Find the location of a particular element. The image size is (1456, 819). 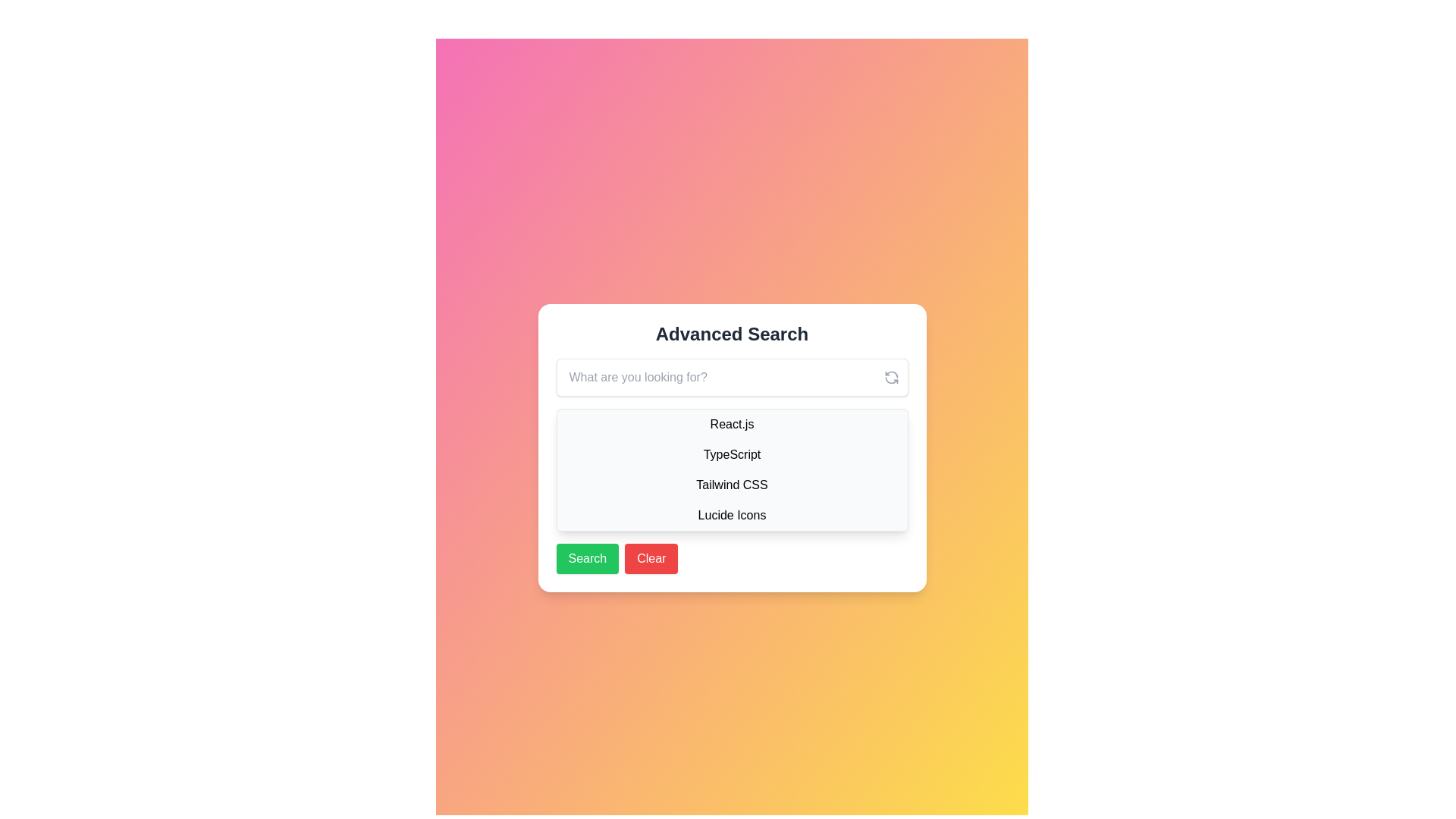

the circular refresh button located at the top-right corner of the text input field, which features a clockwise arrow symbol is located at coordinates (891, 376).